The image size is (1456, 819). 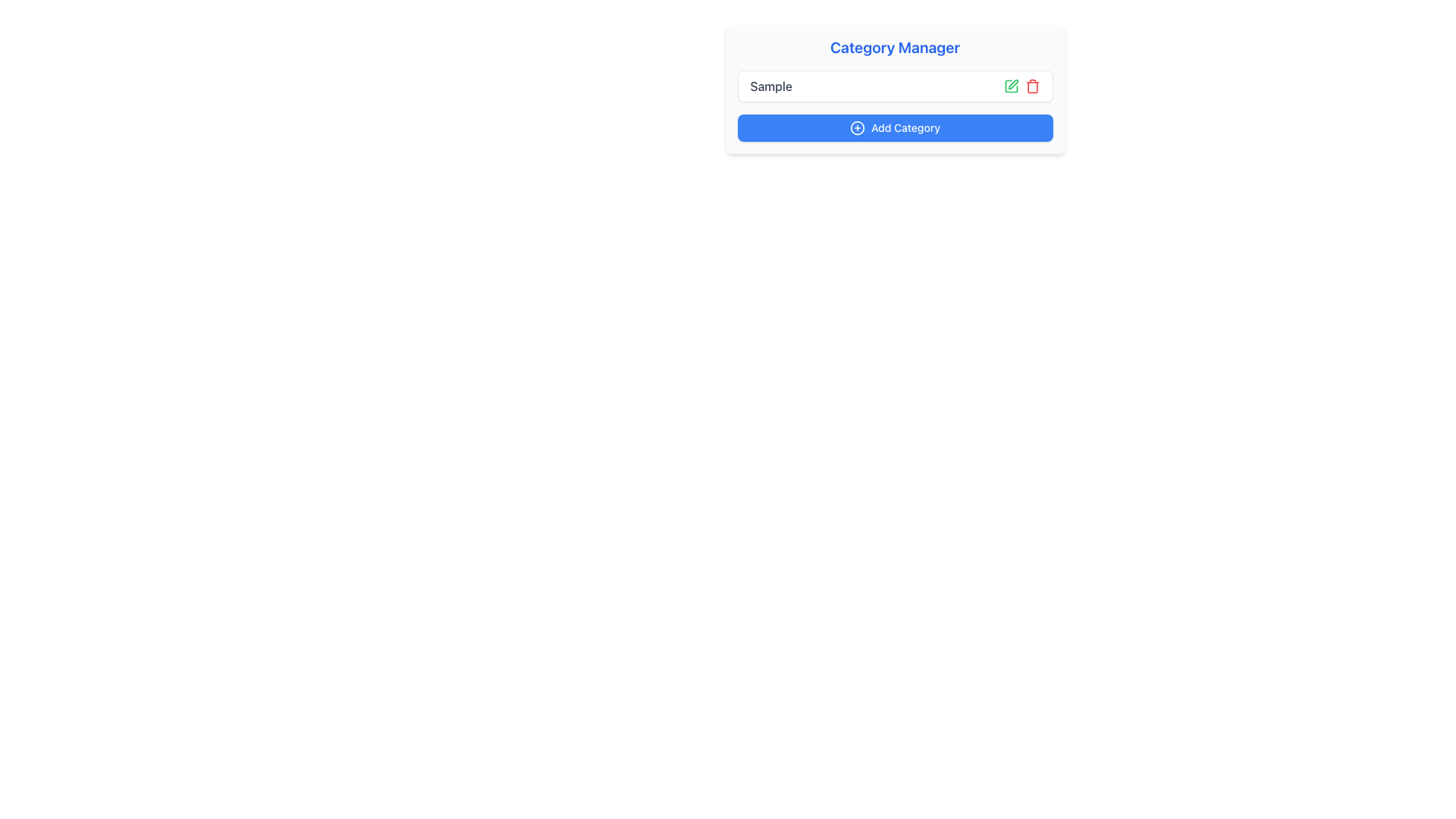 What do you see at coordinates (895, 127) in the screenshot?
I see `the 'Add Category' button, which is a blue rectangular button with rounded corners and white text` at bounding box center [895, 127].